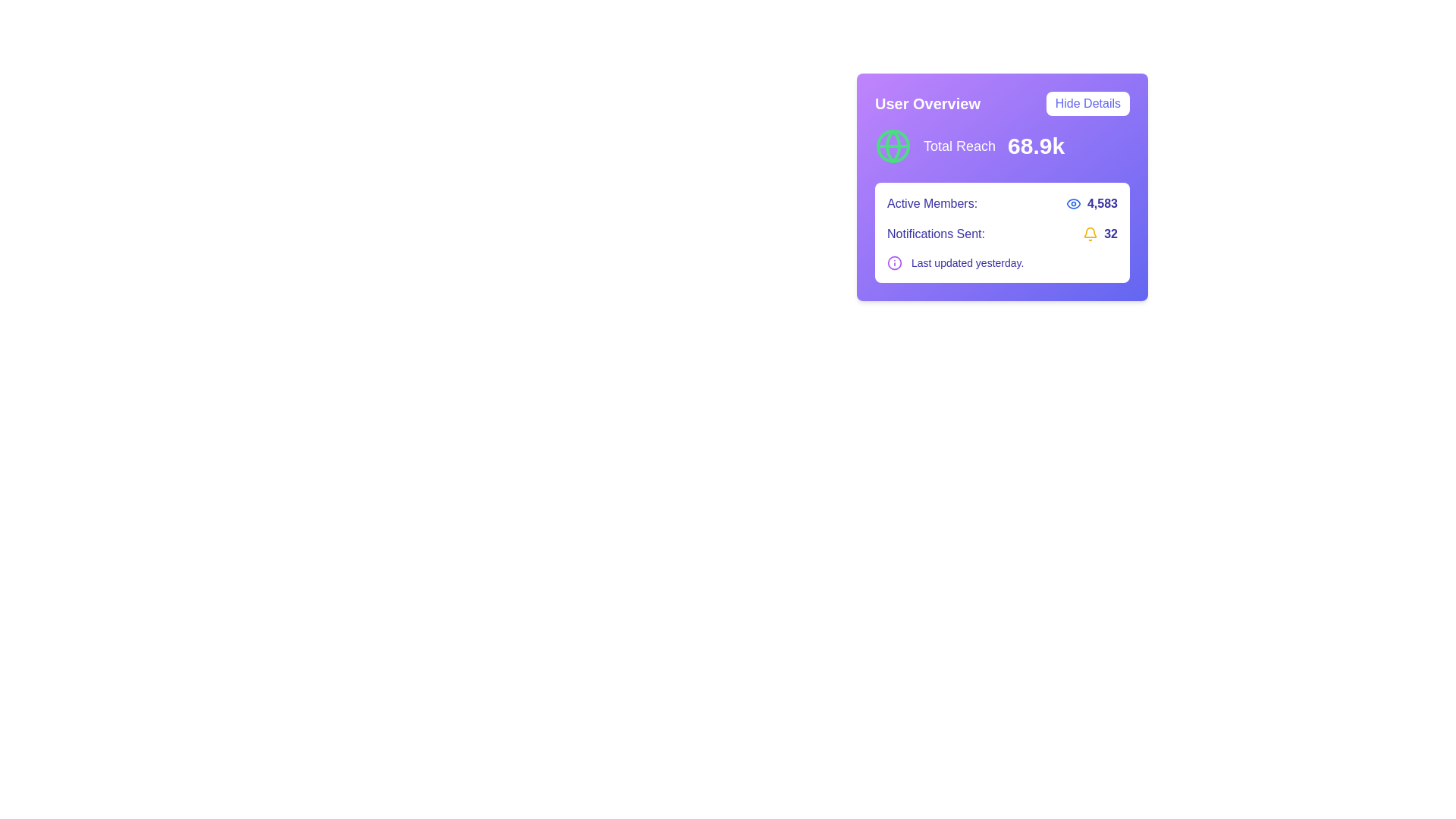 Image resolution: width=1456 pixels, height=819 pixels. I want to click on the static text label displaying the number '4,583' in bold, dark blue color, located to the right of the blue eye icon within the 'Active Members:' row of a summary card, so click(1103, 203).